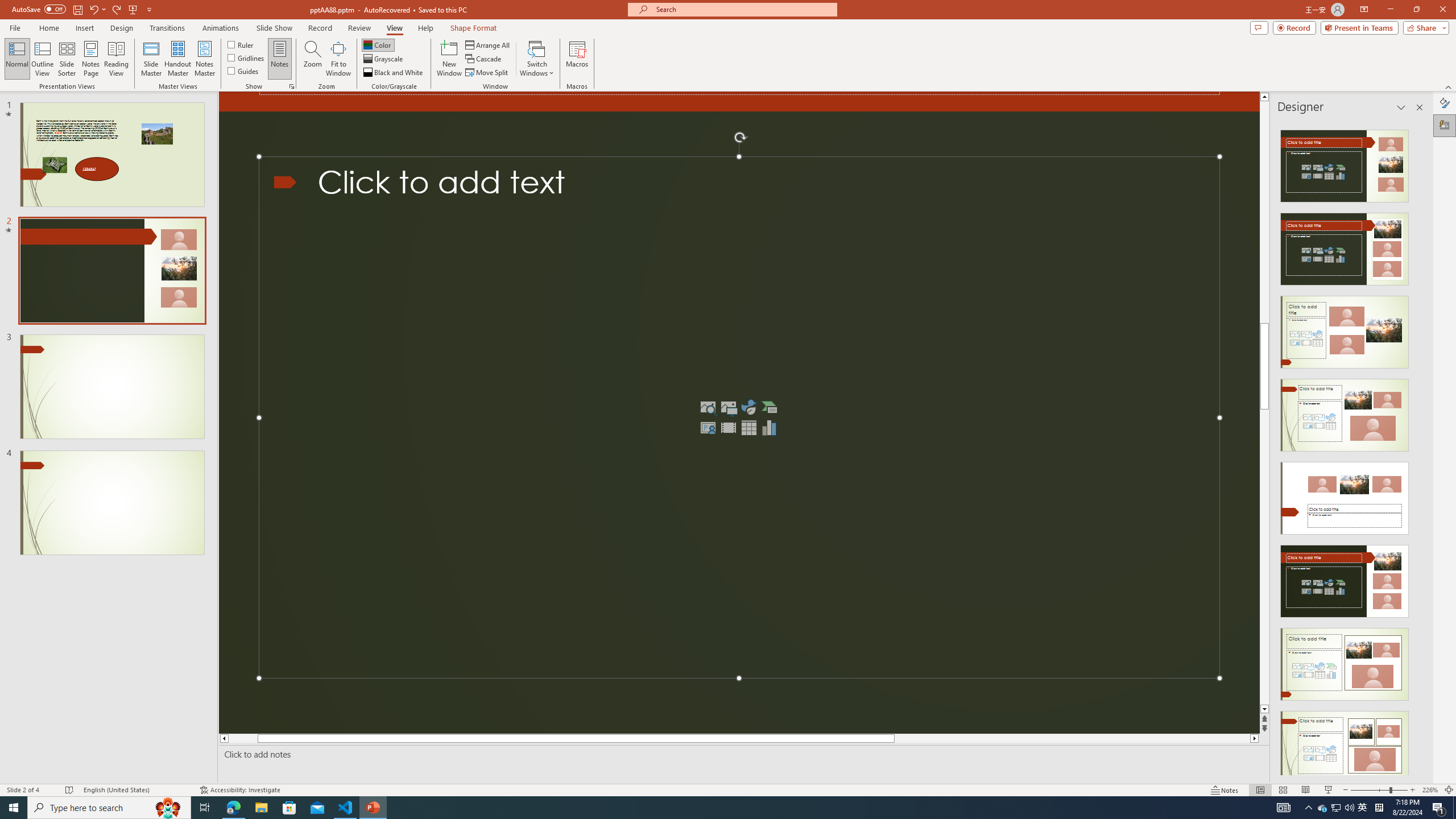  Describe the element at coordinates (748, 427) in the screenshot. I see `'Insert Table'` at that location.